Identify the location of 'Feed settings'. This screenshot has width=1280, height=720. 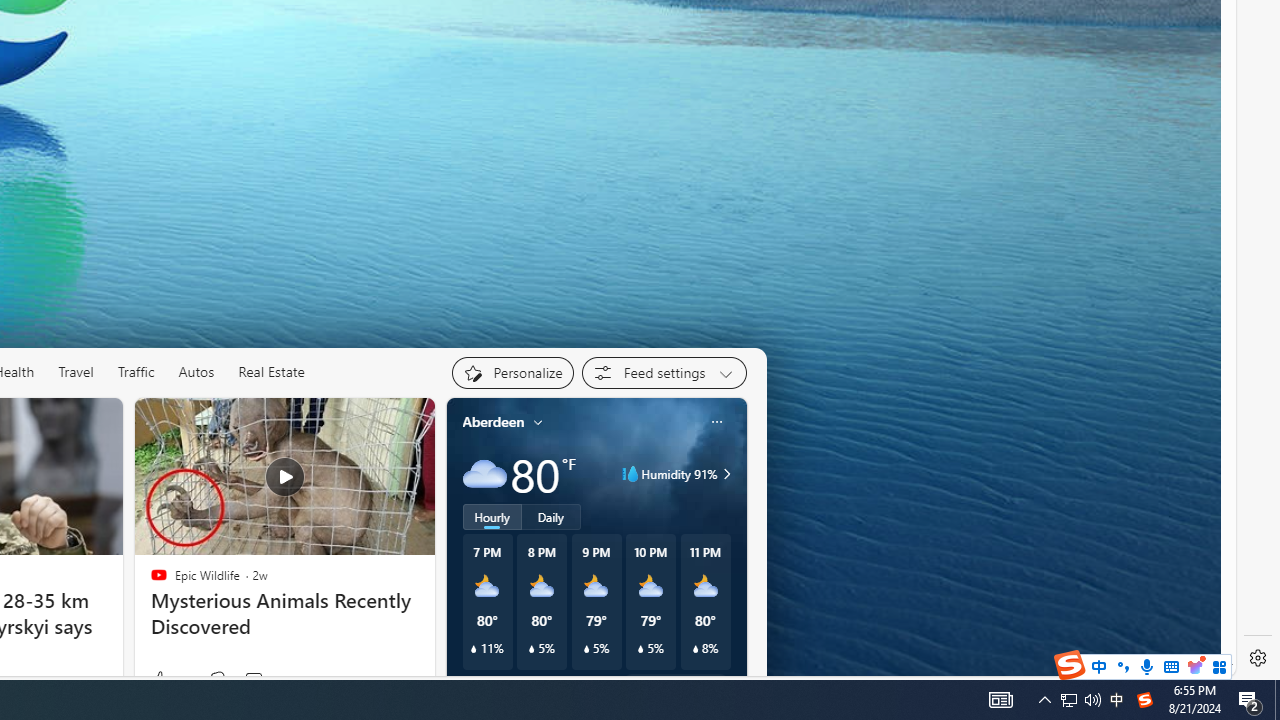
(664, 372).